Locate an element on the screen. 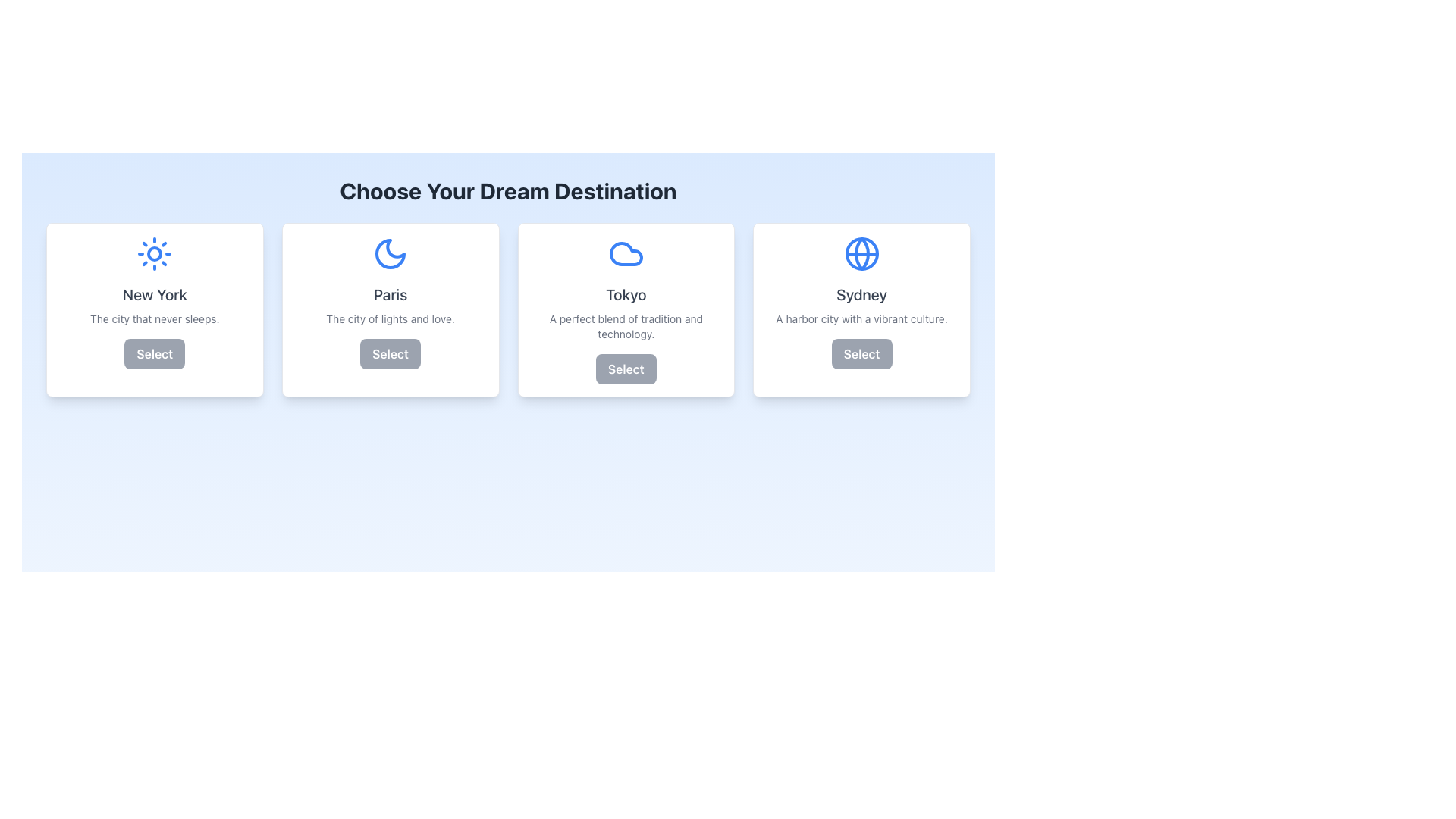 The width and height of the screenshot is (1456, 819). the 'Paris' theme icon located at the top section of the Paris card, which is centrally positioned among three similar cards is located at coordinates (391, 253).